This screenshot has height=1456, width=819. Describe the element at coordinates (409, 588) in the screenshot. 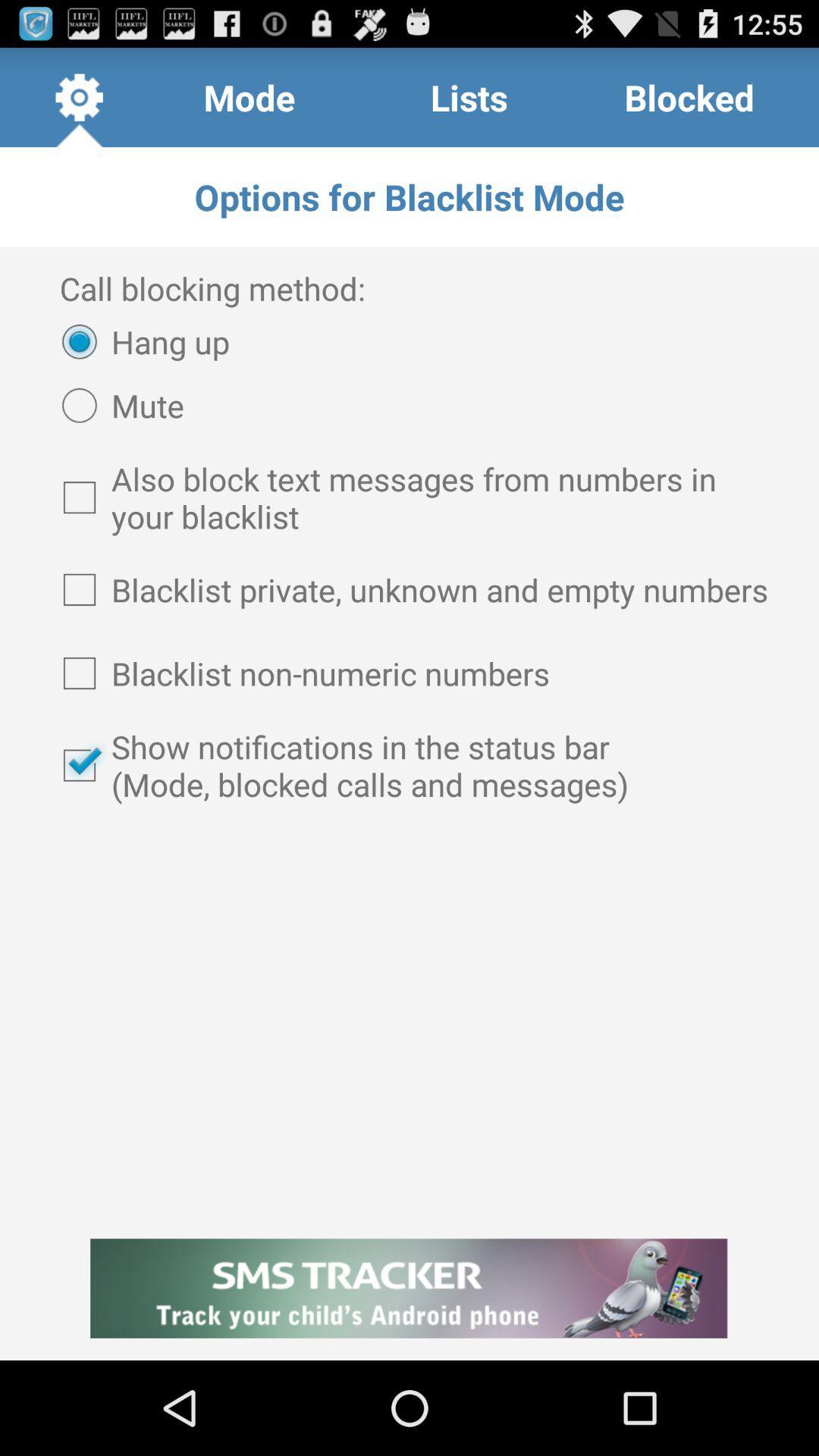

I see `blacklist private unknown` at that location.